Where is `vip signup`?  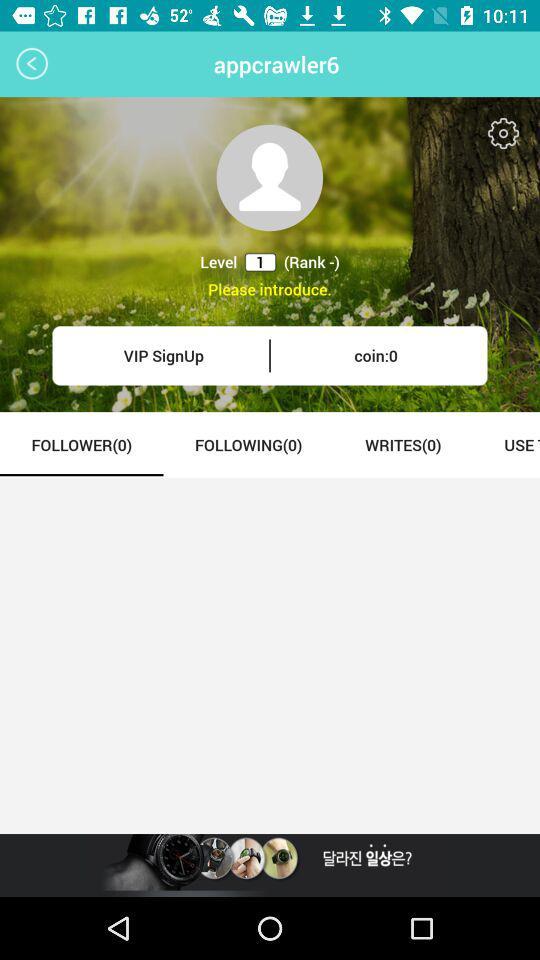
vip signup is located at coordinates (162, 355).